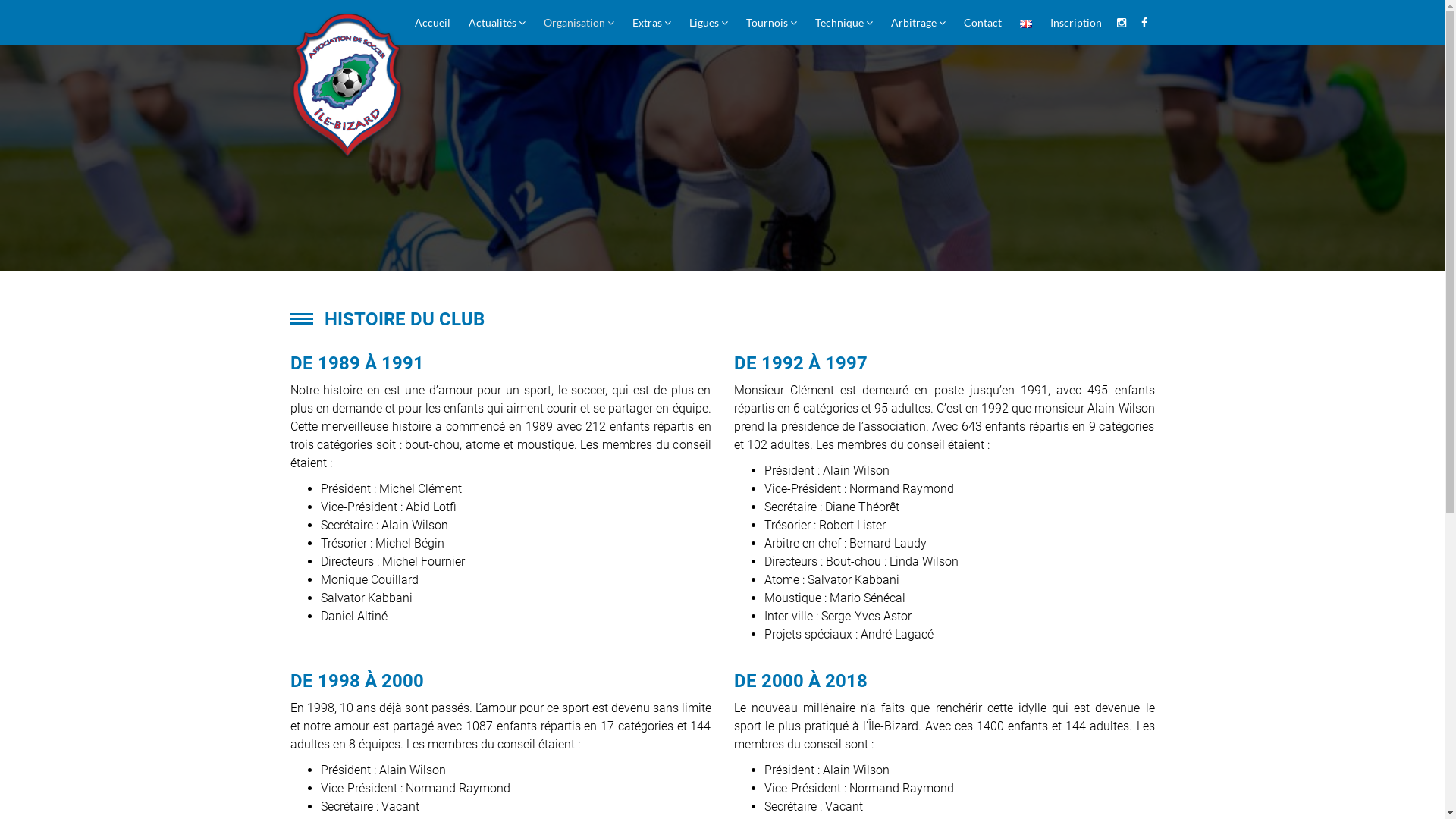 This screenshot has height=819, width=1456. I want to click on 'Contact', so click(954, 23).